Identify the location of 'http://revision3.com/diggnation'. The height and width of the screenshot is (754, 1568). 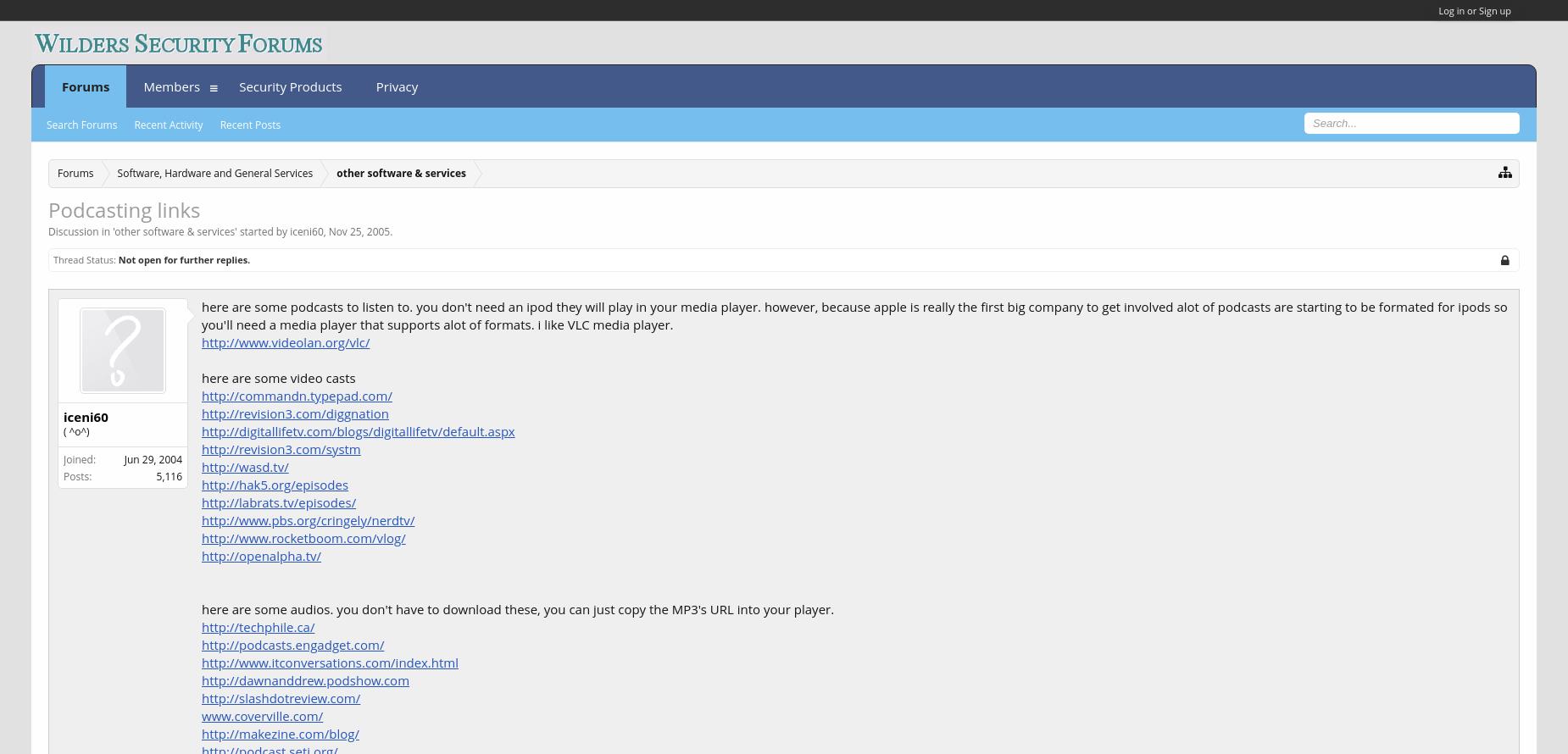
(294, 413).